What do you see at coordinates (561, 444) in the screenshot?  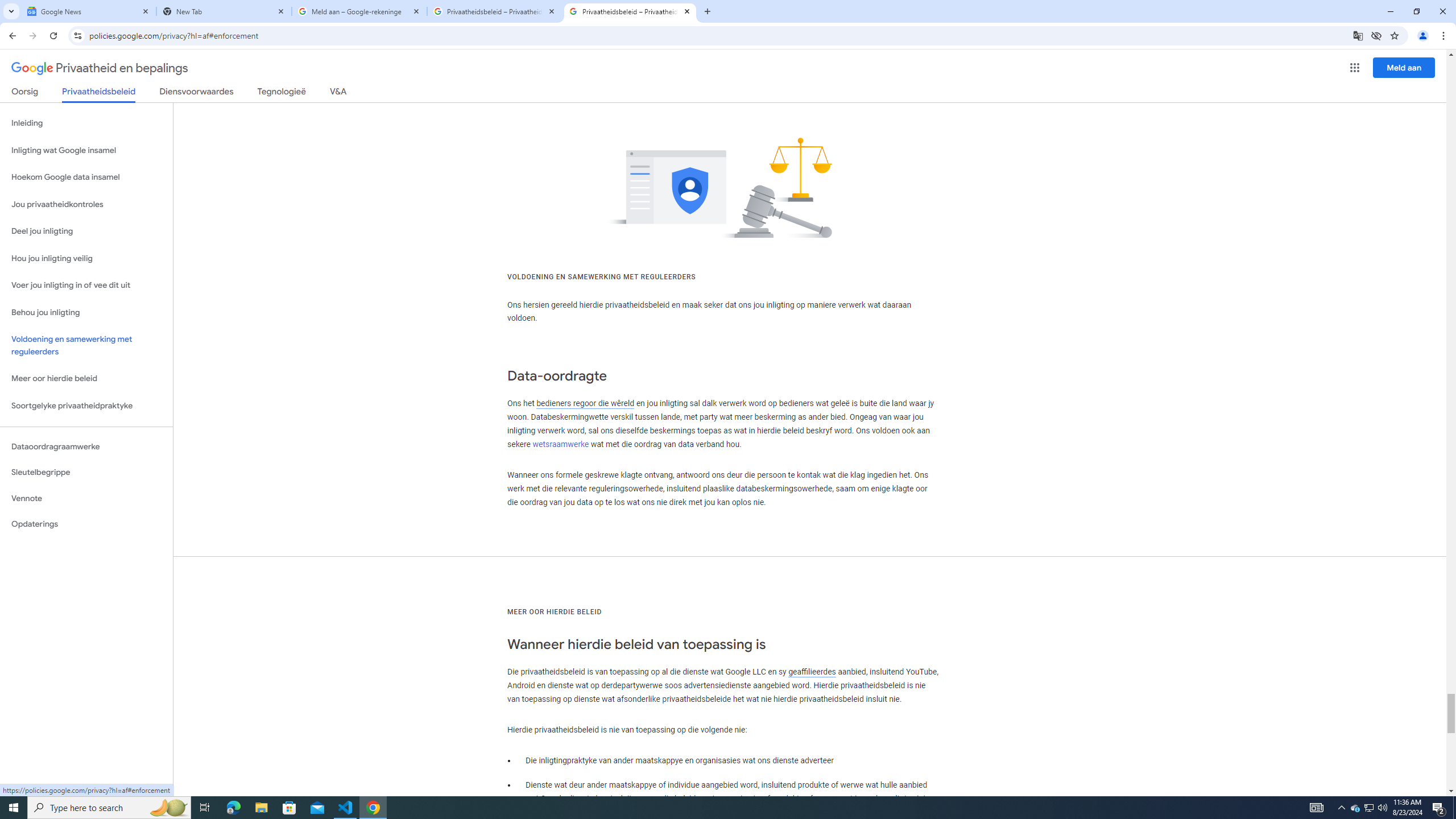 I see `'wetsraamwerke'` at bounding box center [561, 444].